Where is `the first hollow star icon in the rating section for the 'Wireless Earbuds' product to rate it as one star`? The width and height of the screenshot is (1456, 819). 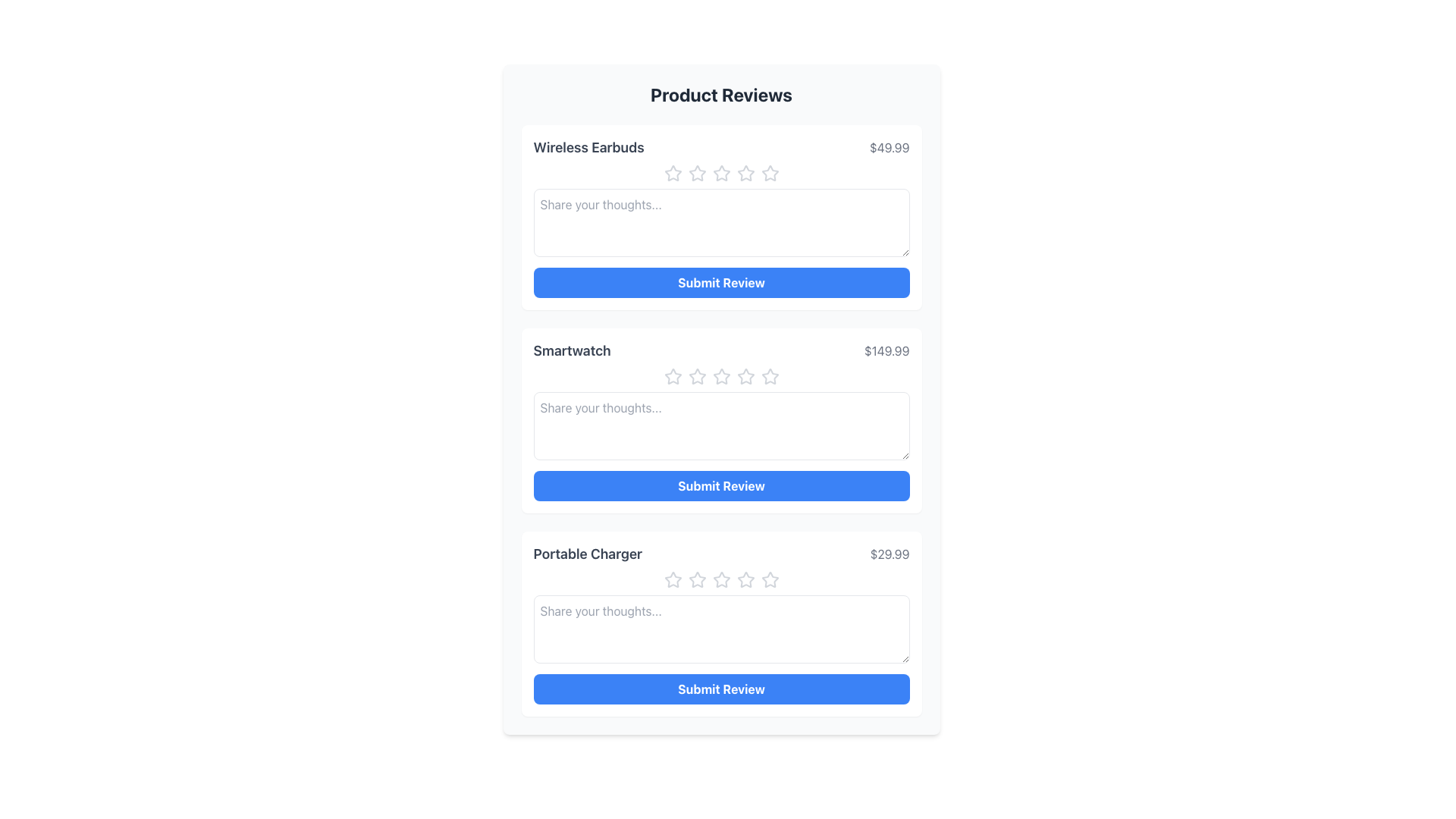 the first hollow star icon in the rating section for the 'Wireless Earbuds' product to rate it as one star is located at coordinates (672, 172).